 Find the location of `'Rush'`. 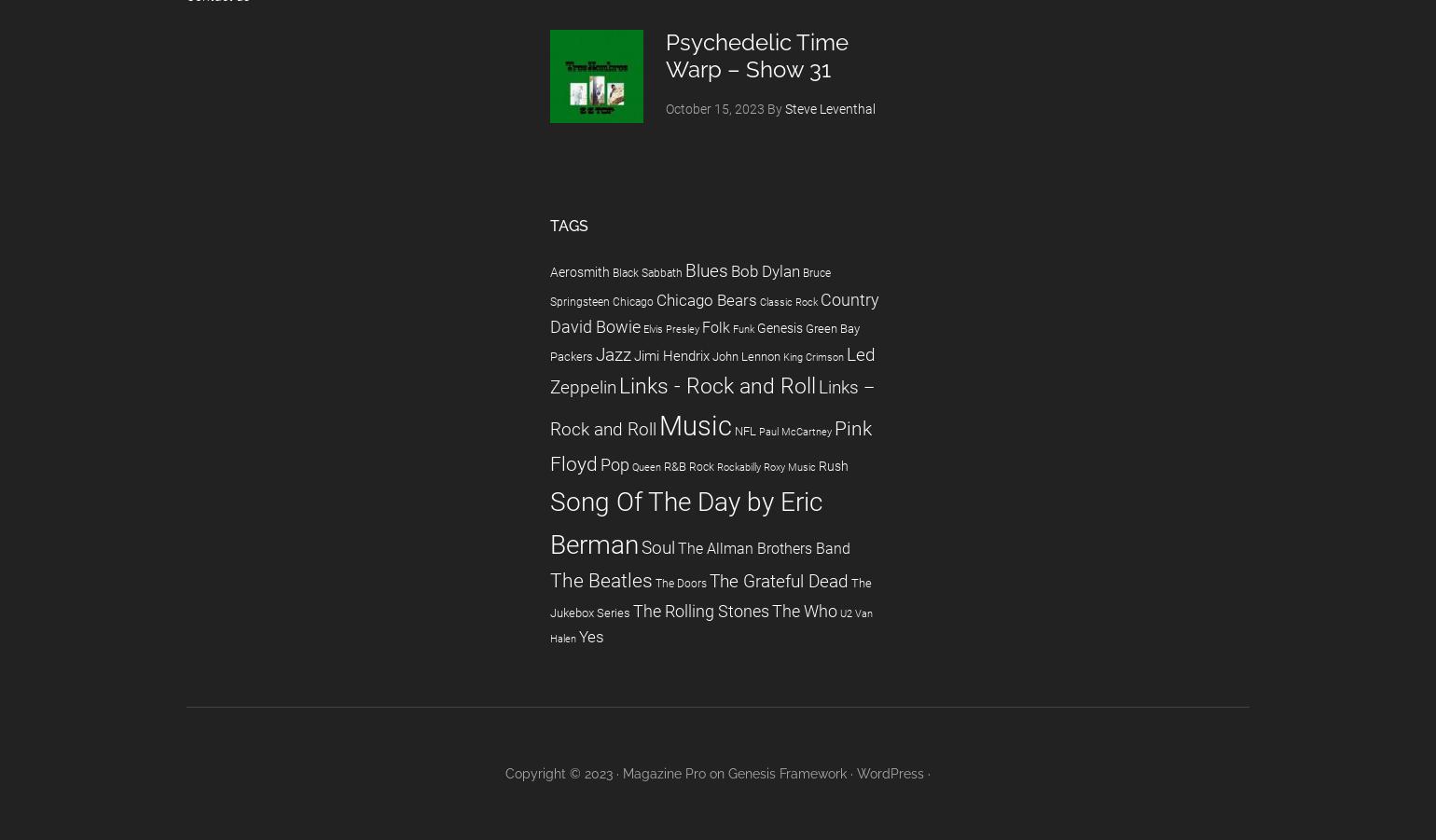

'Rush' is located at coordinates (833, 465).